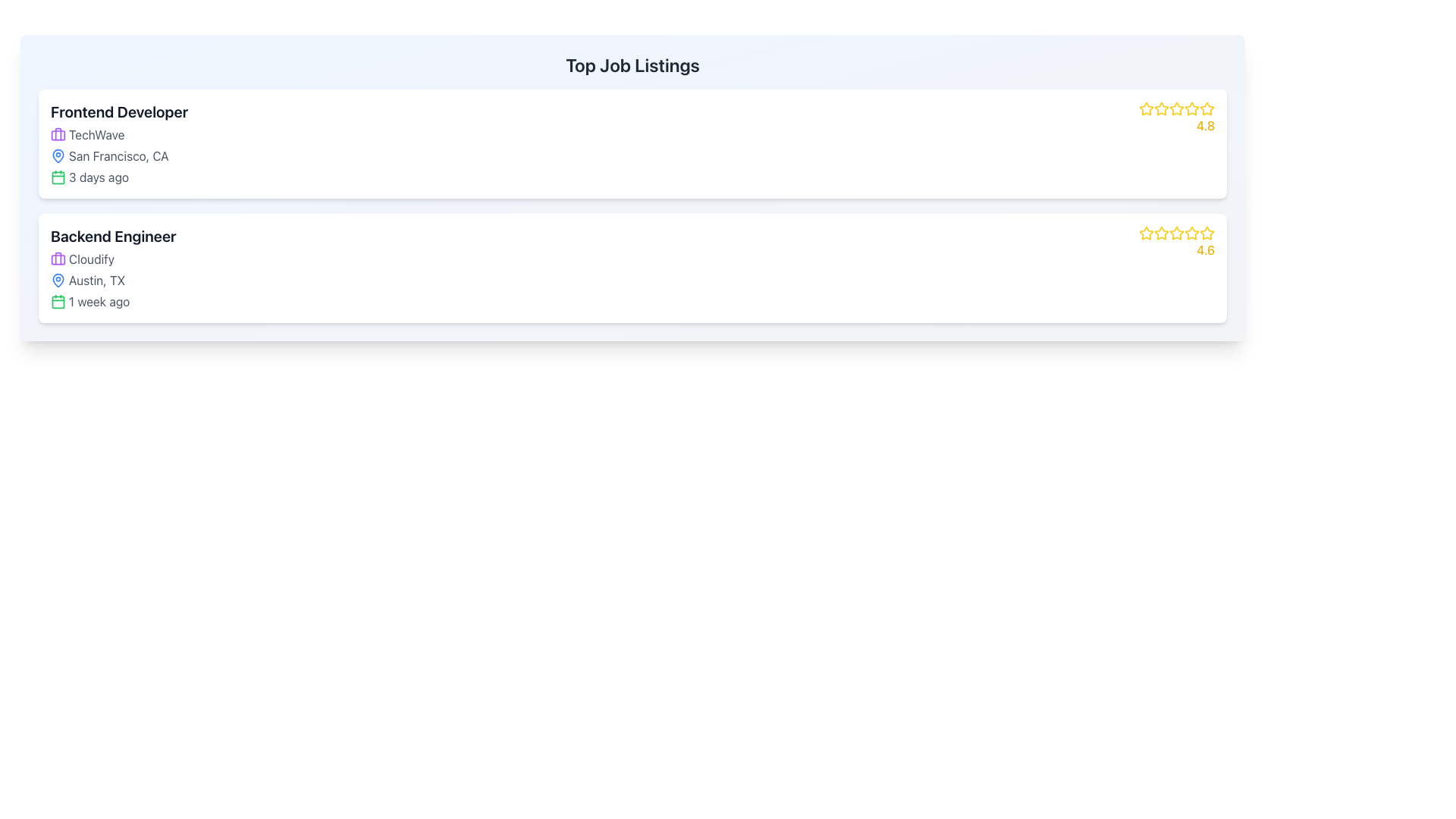 This screenshot has height=819, width=1456. Describe the element at coordinates (118, 177) in the screenshot. I see `the Labeled Icon that features a green calendar icon followed by the text '3 days ago' in gray font, situated below 'San Francisco, CA' in the job listing details` at that location.